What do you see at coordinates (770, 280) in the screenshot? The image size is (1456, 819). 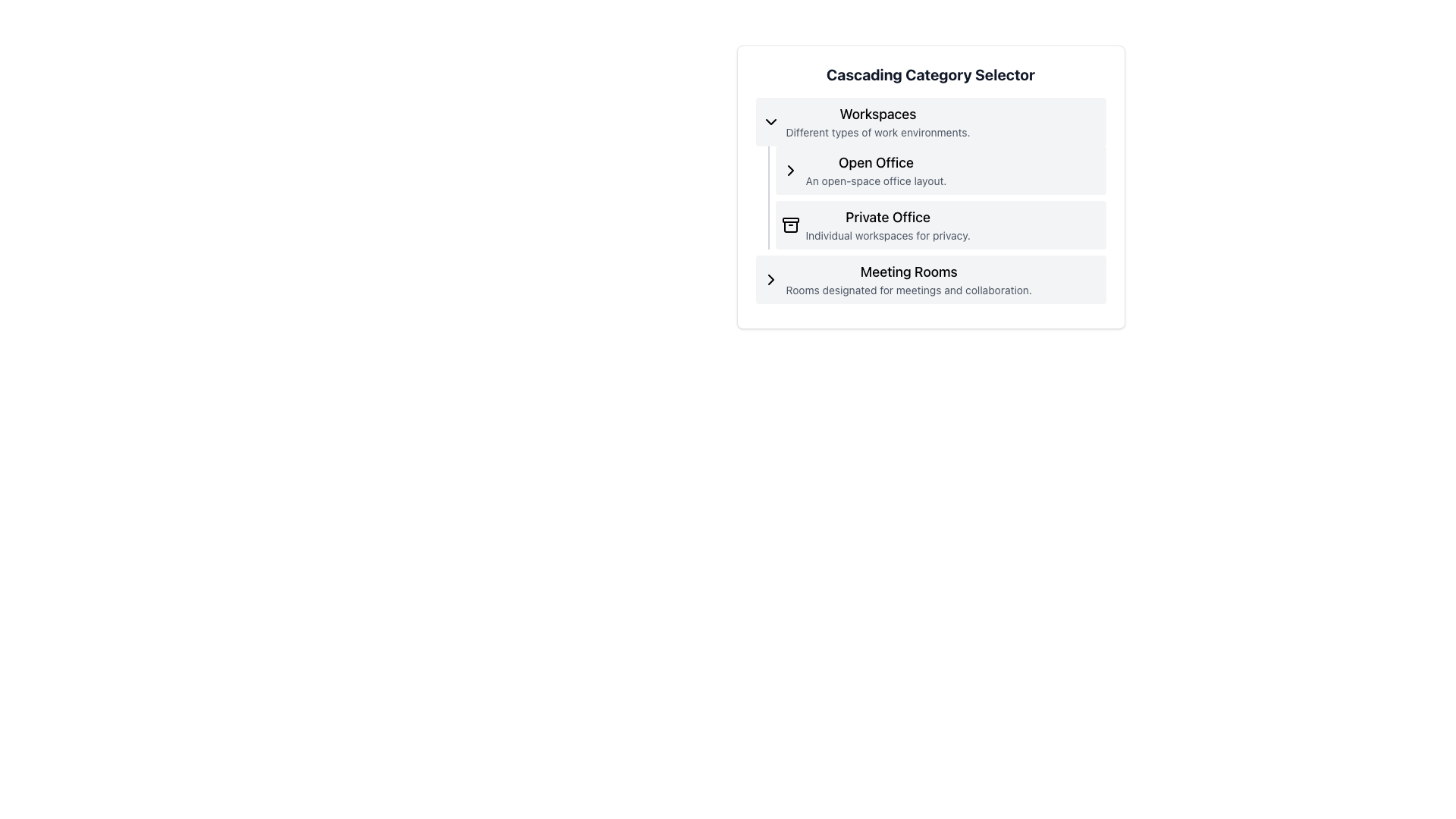 I see `the icon button located to the far left of the 'Meeting Rooms' text` at bounding box center [770, 280].